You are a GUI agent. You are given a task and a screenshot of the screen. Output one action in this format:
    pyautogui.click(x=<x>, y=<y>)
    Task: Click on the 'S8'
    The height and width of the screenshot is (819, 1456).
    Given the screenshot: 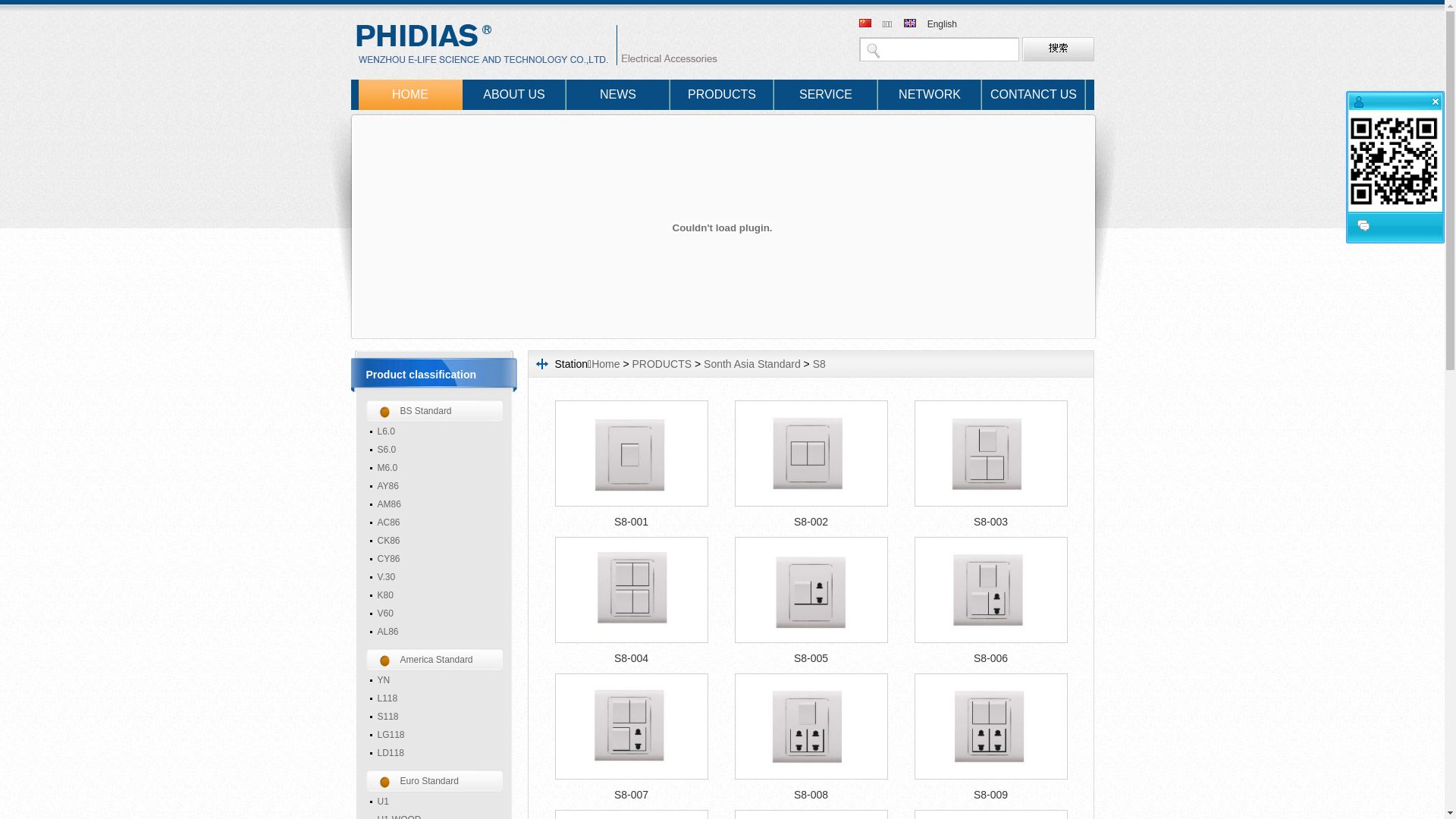 What is the action you would take?
    pyautogui.click(x=818, y=363)
    